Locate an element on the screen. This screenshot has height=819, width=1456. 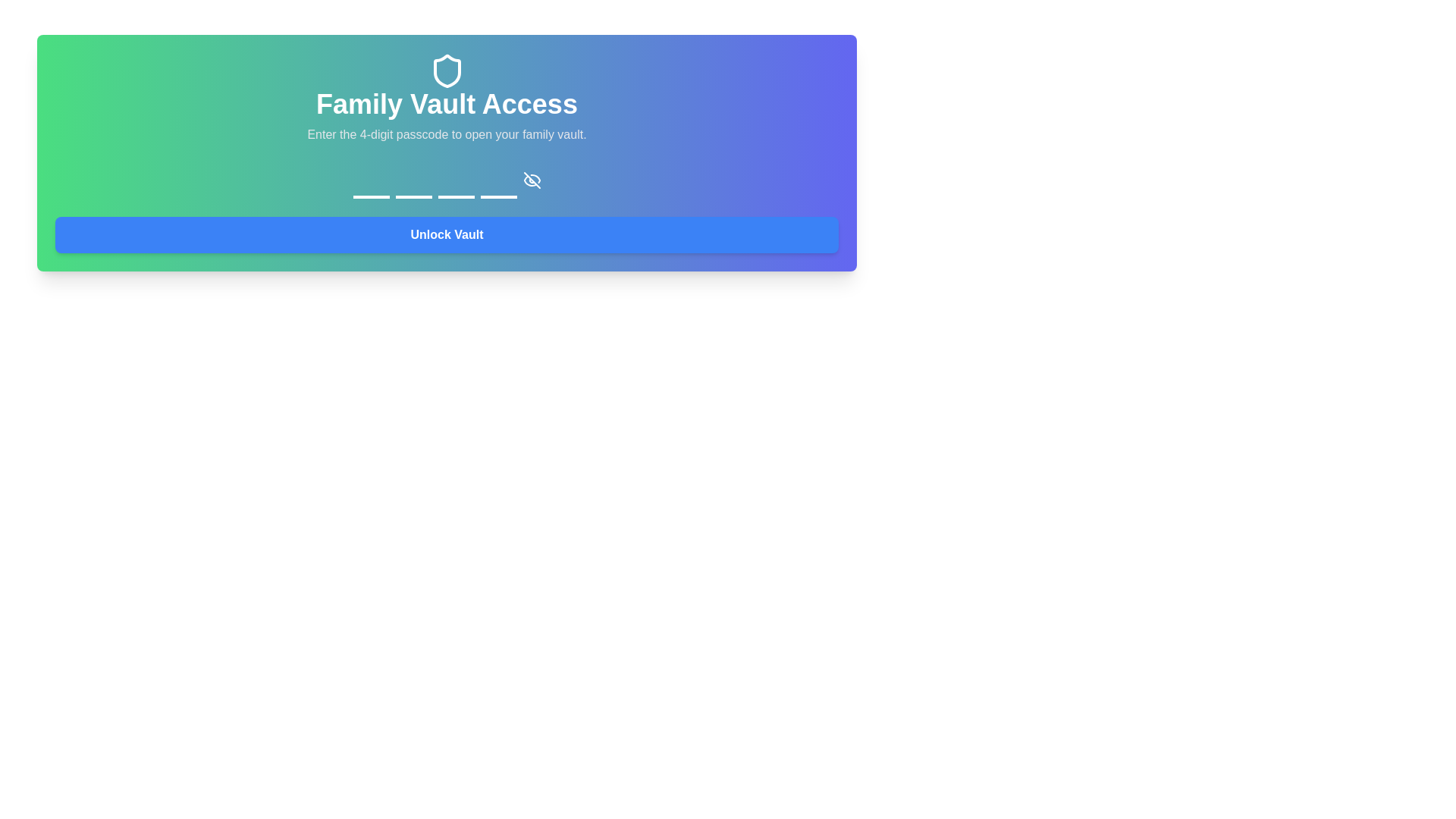
the button at the bottom of the 'Family Vault Access' section is located at coordinates (446, 234).